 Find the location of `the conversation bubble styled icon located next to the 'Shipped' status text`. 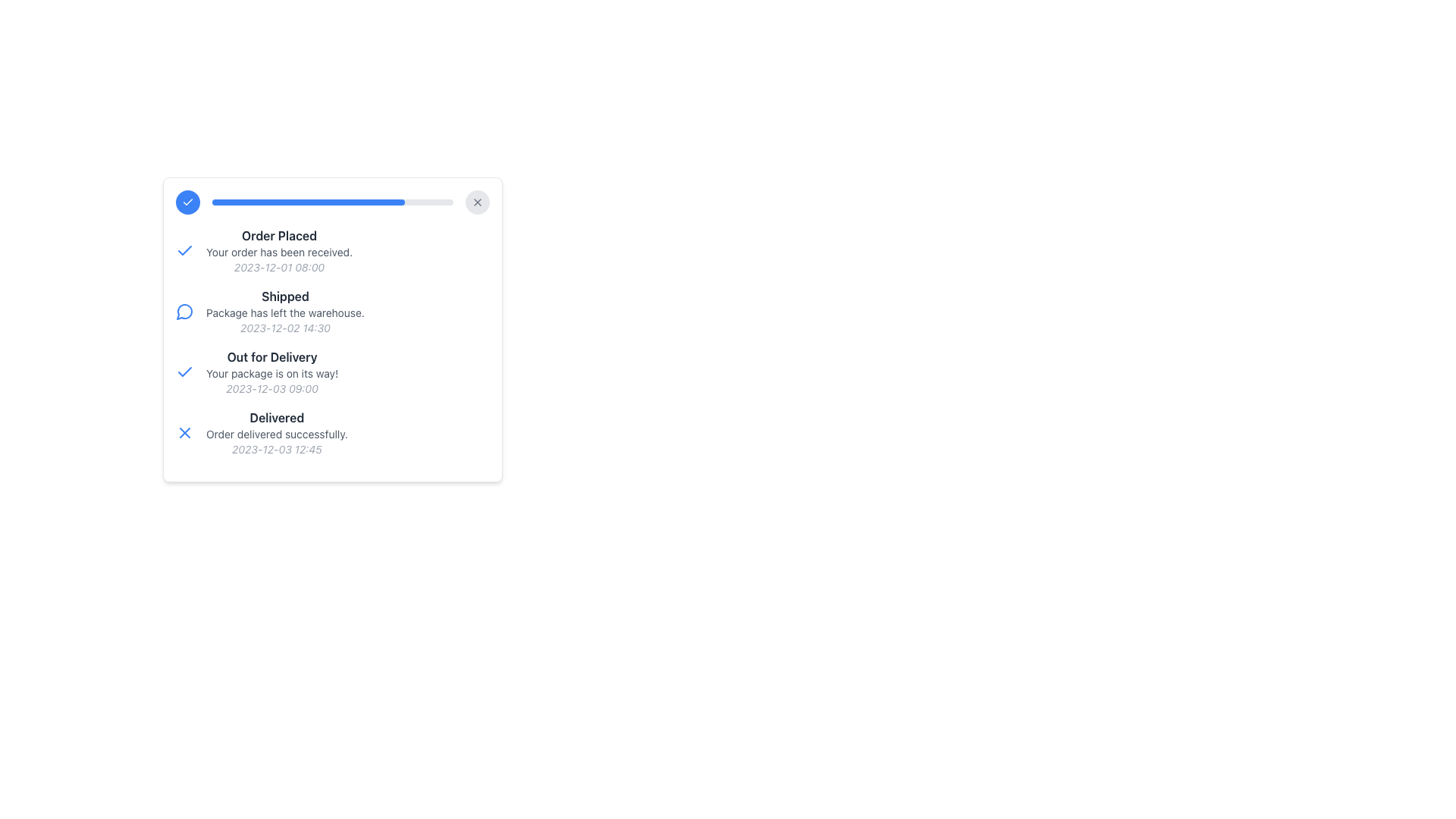

the conversation bubble styled icon located next to the 'Shipped' status text is located at coordinates (184, 311).